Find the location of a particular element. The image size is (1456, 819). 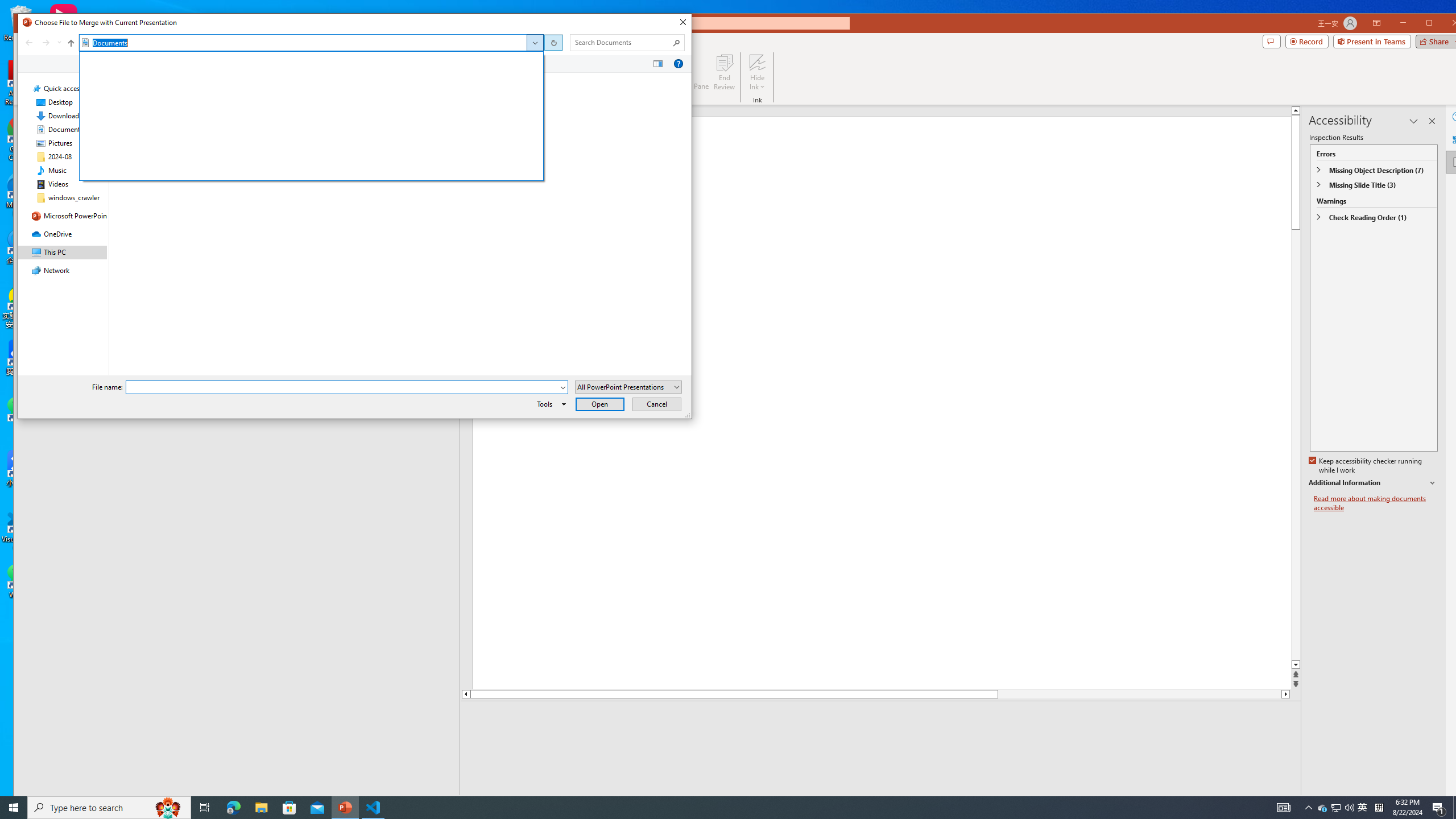

'PowerPoint - 1 running window' is located at coordinates (345, 806).